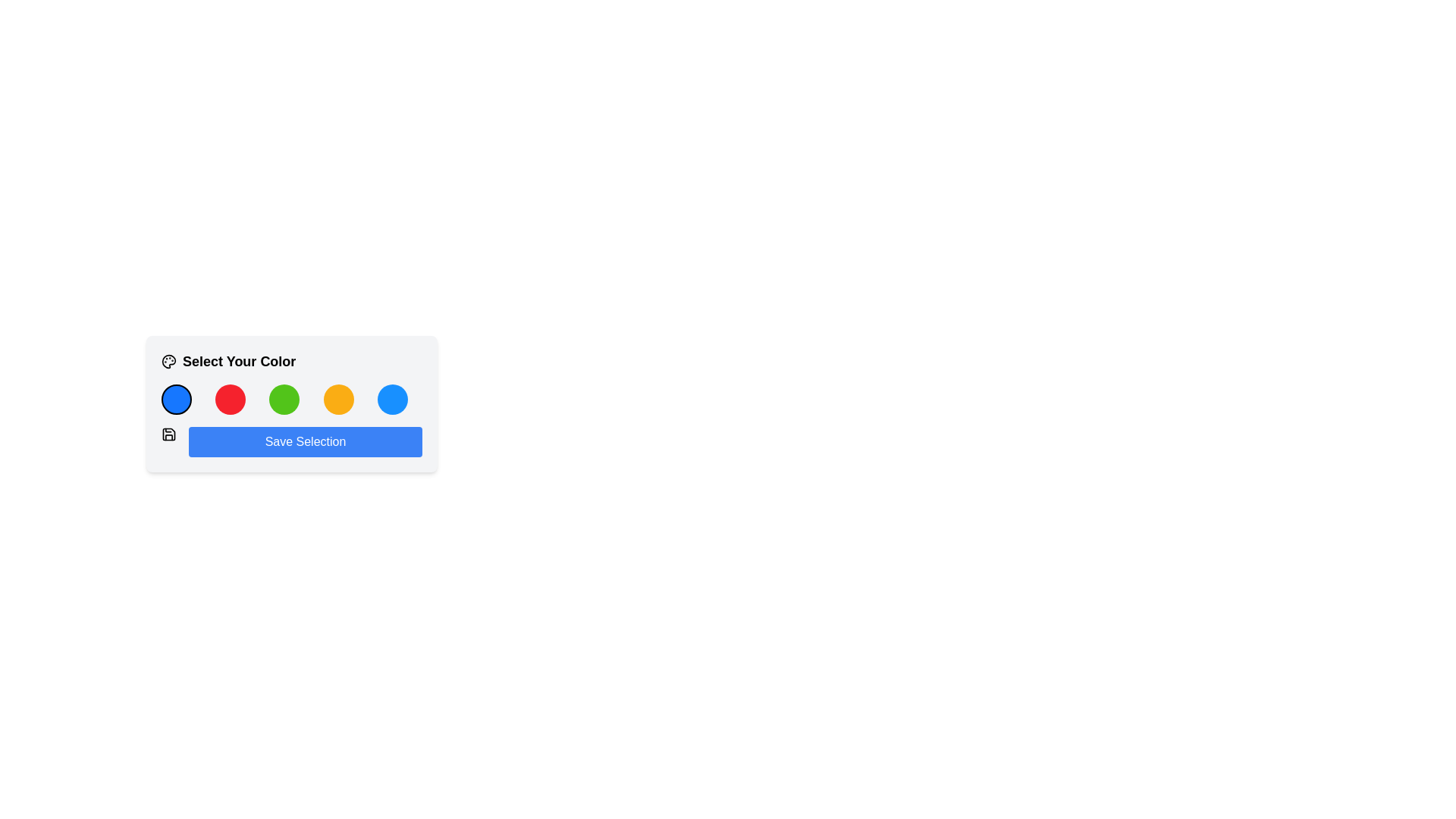 The image size is (1456, 819). I want to click on the painter's palette icon located adjacent to the 'Select Your Color' text for color selection, so click(168, 362).